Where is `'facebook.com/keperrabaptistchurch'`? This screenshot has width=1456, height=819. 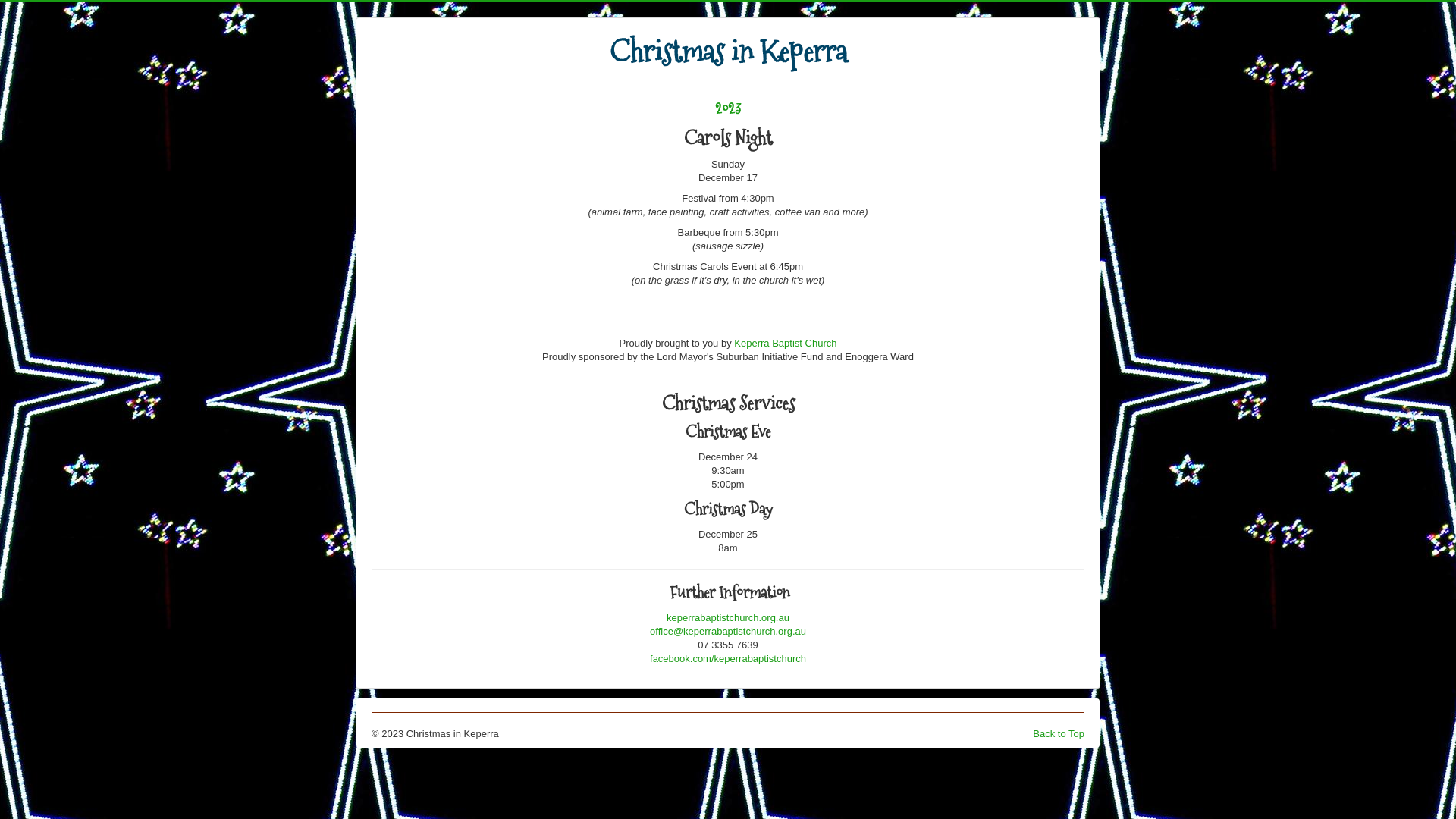
'facebook.com/keperrabaptistchurch' is located at coordinates (728, 657).